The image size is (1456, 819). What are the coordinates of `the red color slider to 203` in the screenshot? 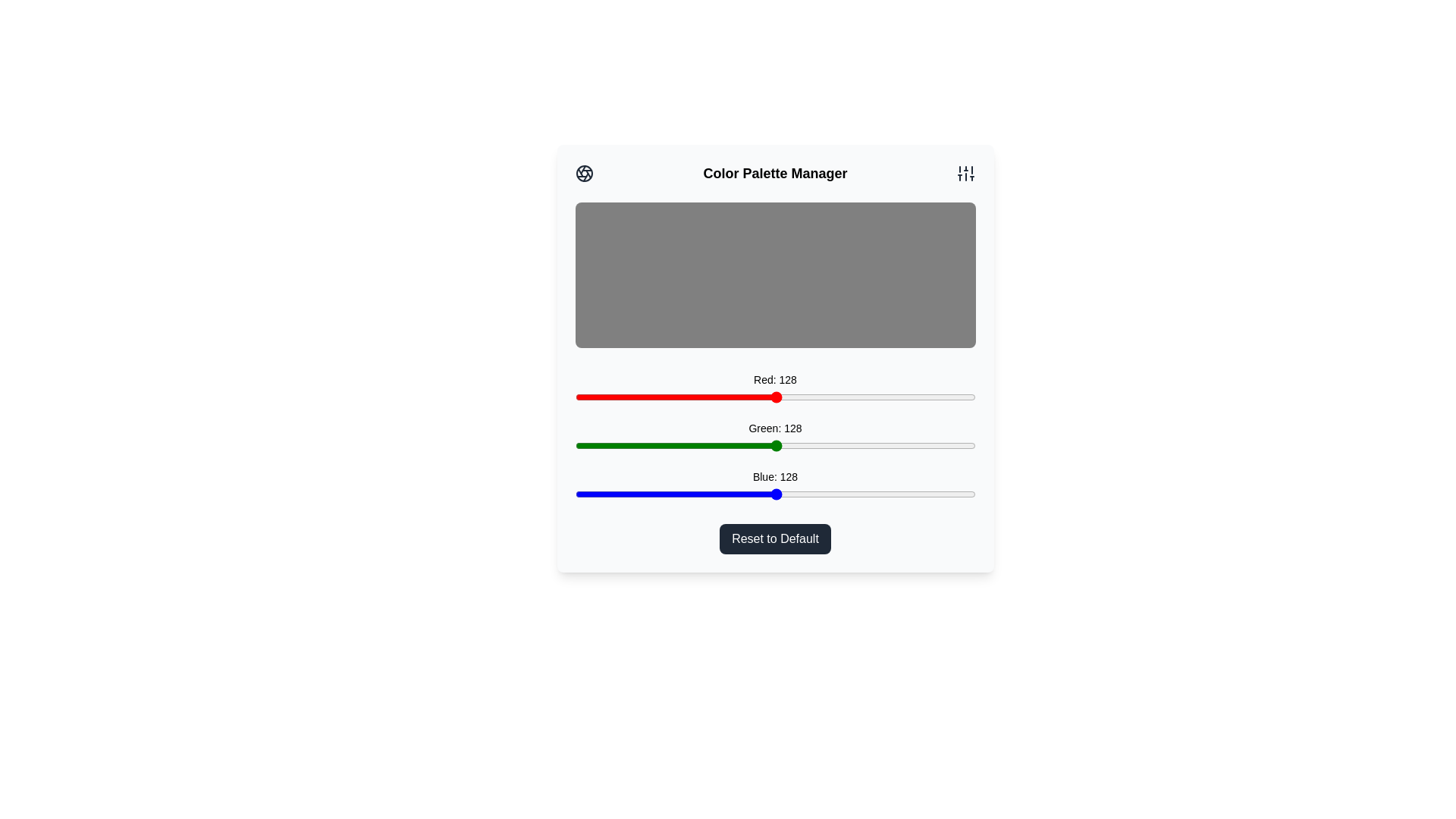 It's located at (893, 397).